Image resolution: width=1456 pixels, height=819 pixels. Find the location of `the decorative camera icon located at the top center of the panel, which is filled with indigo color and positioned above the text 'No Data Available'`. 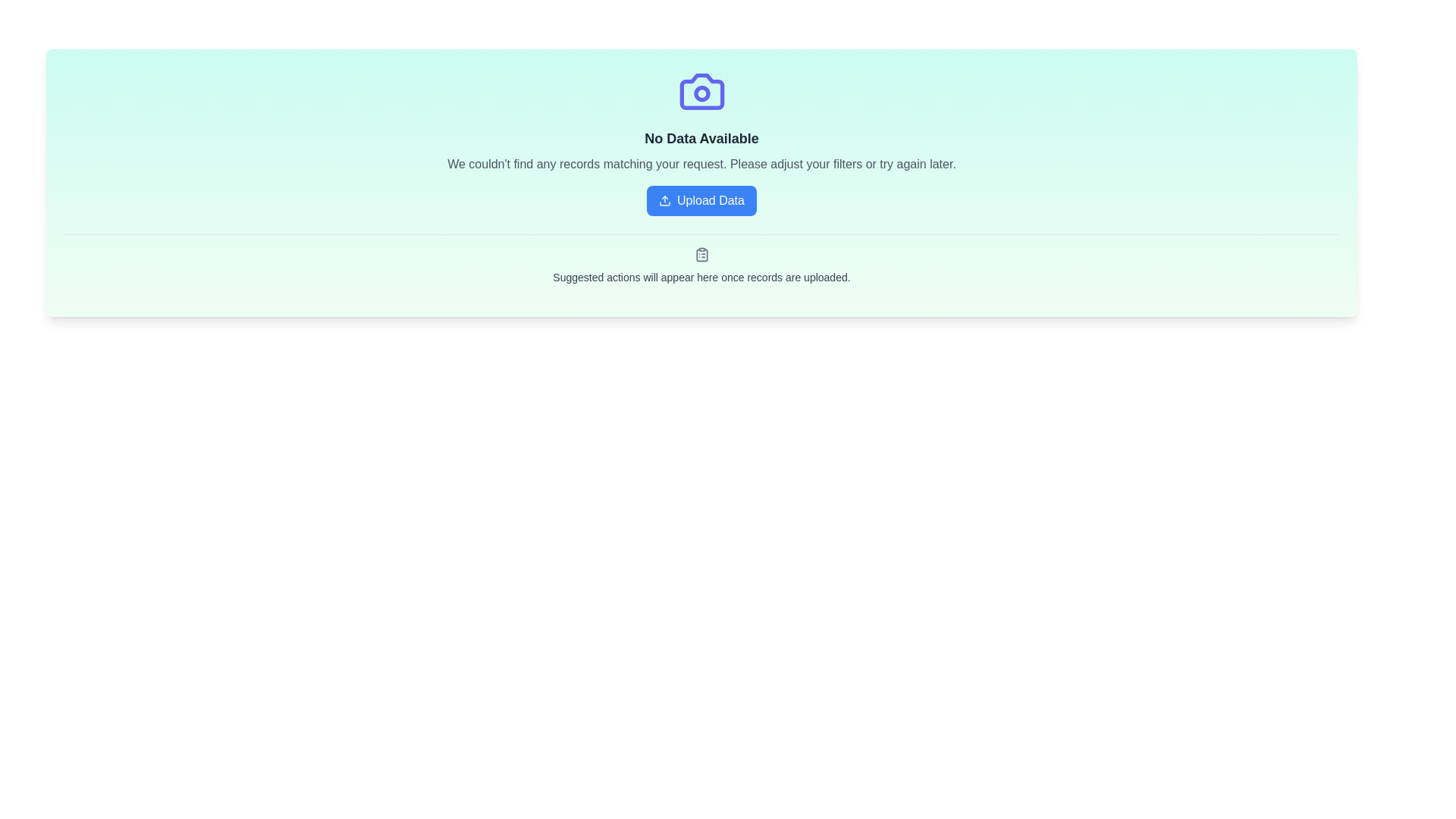

the decorative camera icon located at the top center of the panel, which is filled with indigo color and positioned above the text 'No Data Available' is located at coordinates (701, 91).